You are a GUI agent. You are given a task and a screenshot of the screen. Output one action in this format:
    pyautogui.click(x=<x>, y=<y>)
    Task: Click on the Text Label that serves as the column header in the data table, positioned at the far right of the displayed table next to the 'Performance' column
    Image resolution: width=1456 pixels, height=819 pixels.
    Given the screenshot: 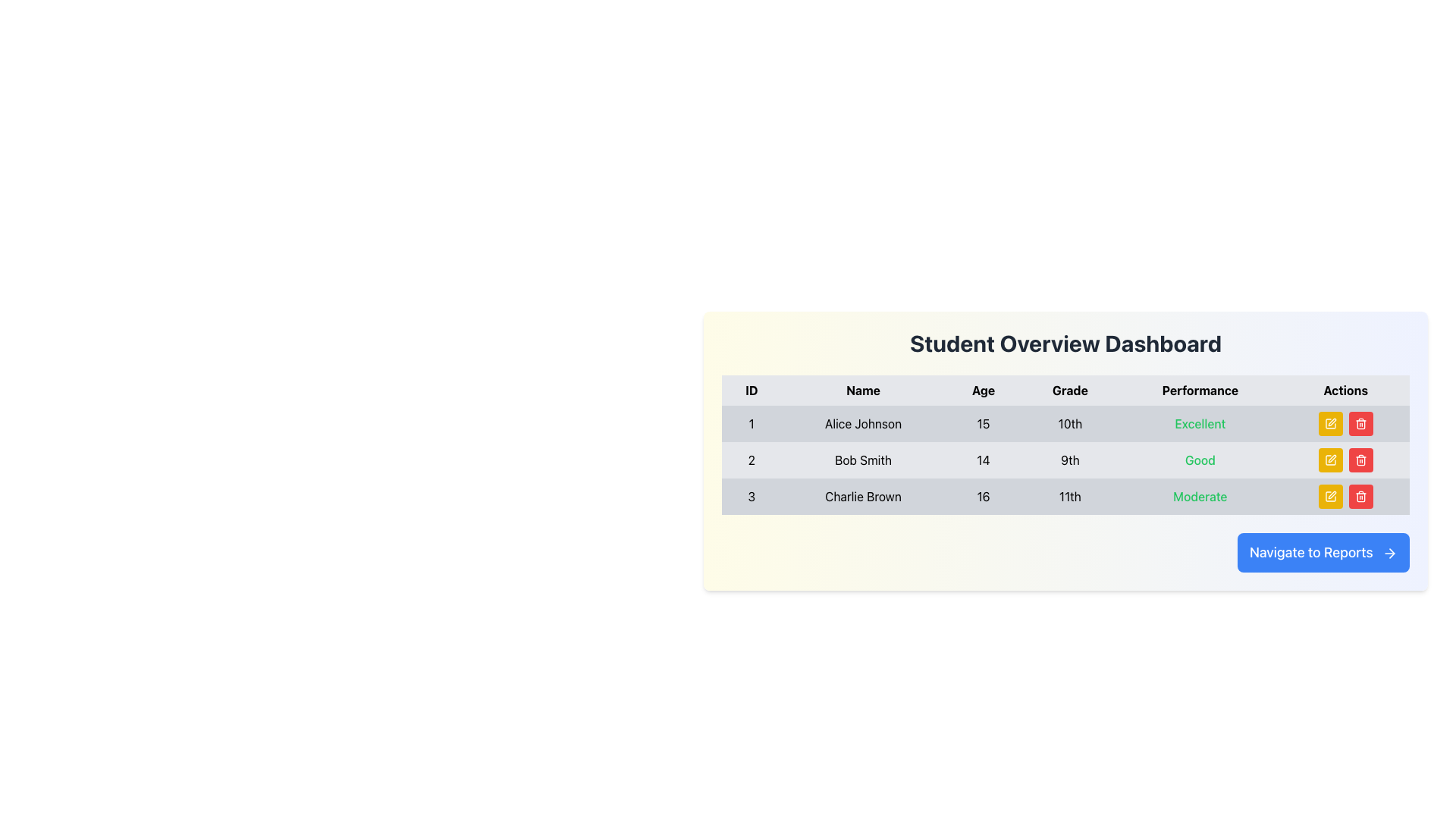 What is the action you would take?
    pyautogui.click(x=1345, y=390)
    